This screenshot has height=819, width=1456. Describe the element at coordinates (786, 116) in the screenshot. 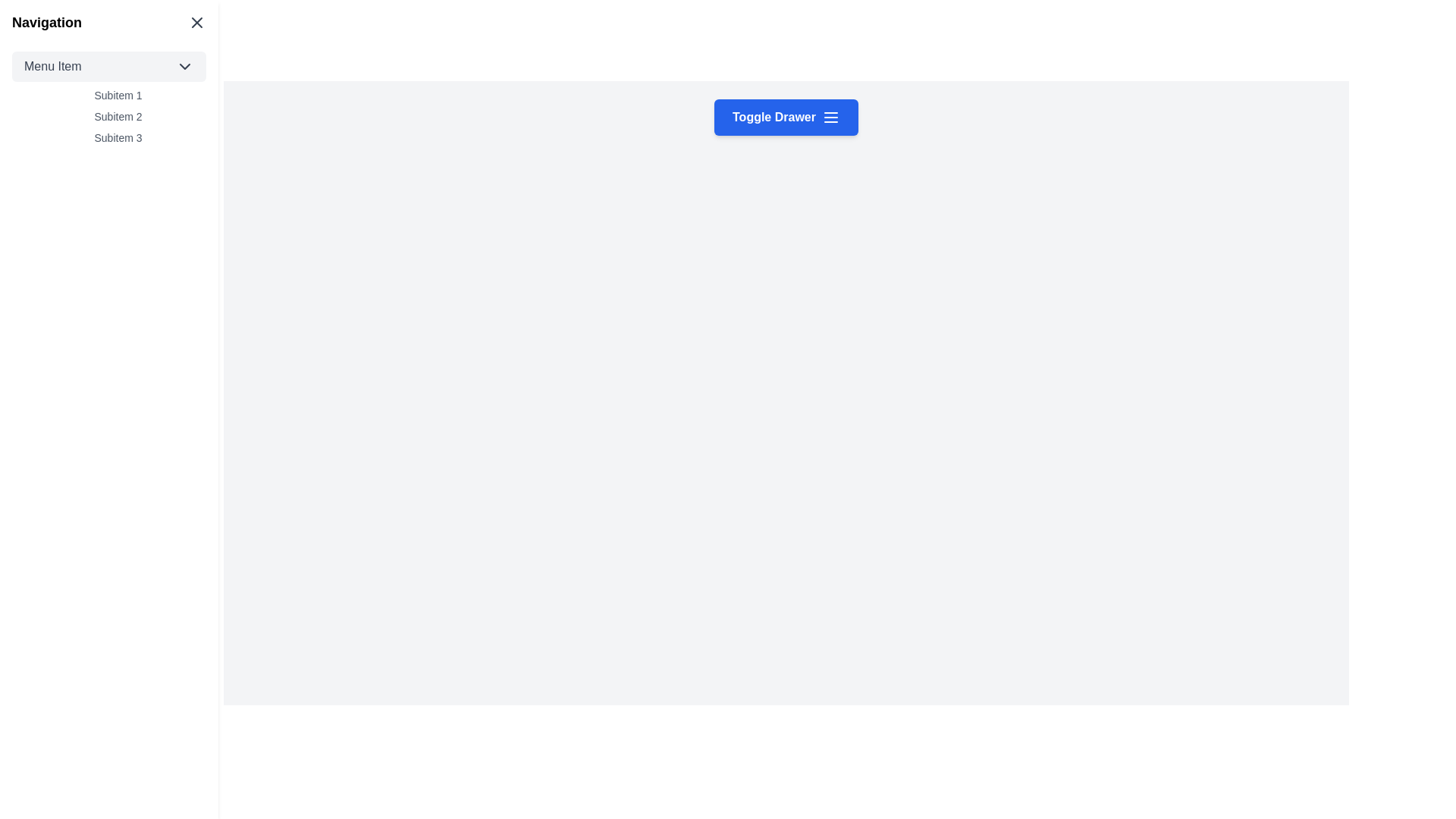

I see `the 'Toggle Drawer' button with a blue background and bold white text` at that location.